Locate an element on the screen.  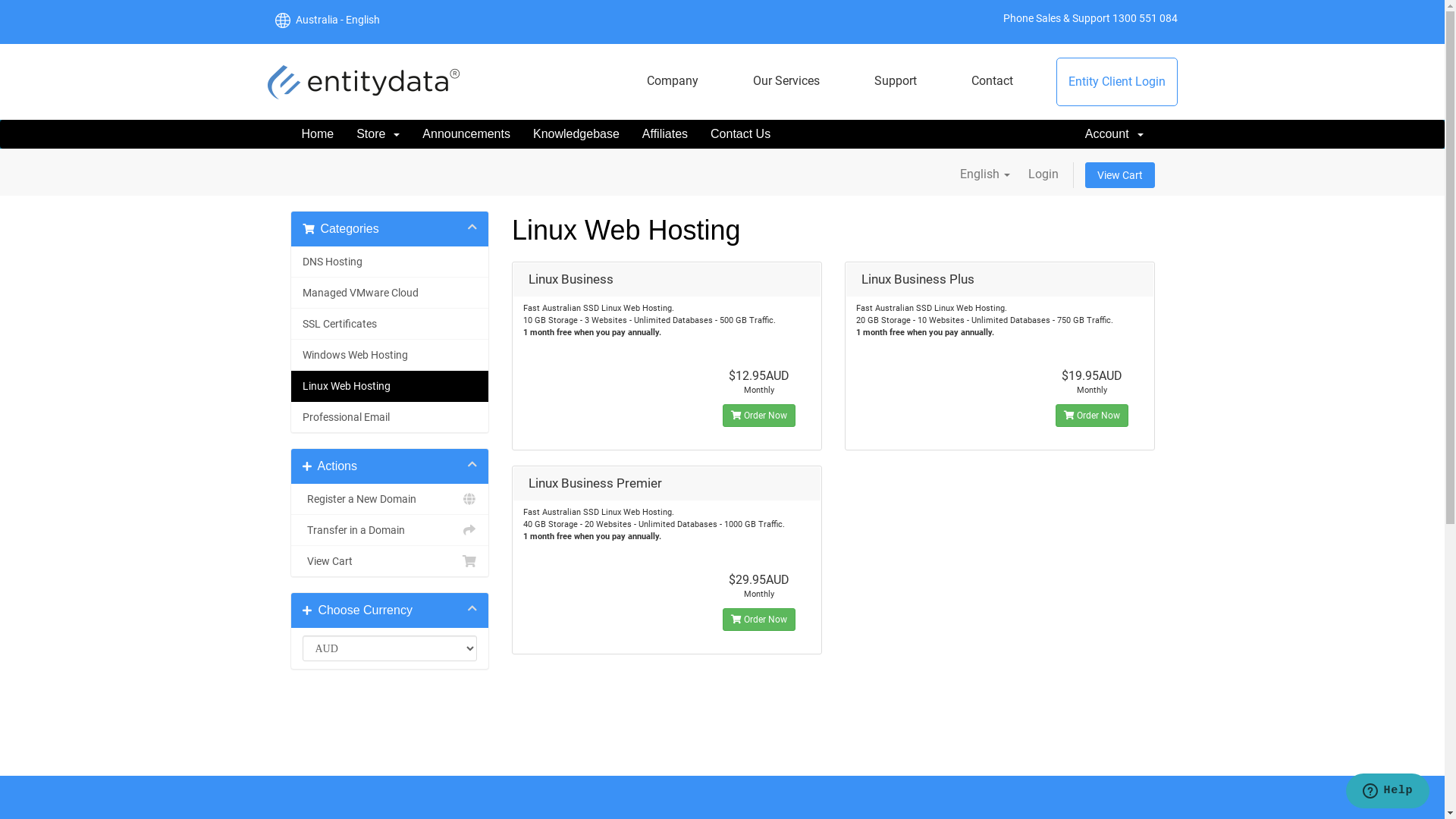
'English' is located at coordinates (952, 174).